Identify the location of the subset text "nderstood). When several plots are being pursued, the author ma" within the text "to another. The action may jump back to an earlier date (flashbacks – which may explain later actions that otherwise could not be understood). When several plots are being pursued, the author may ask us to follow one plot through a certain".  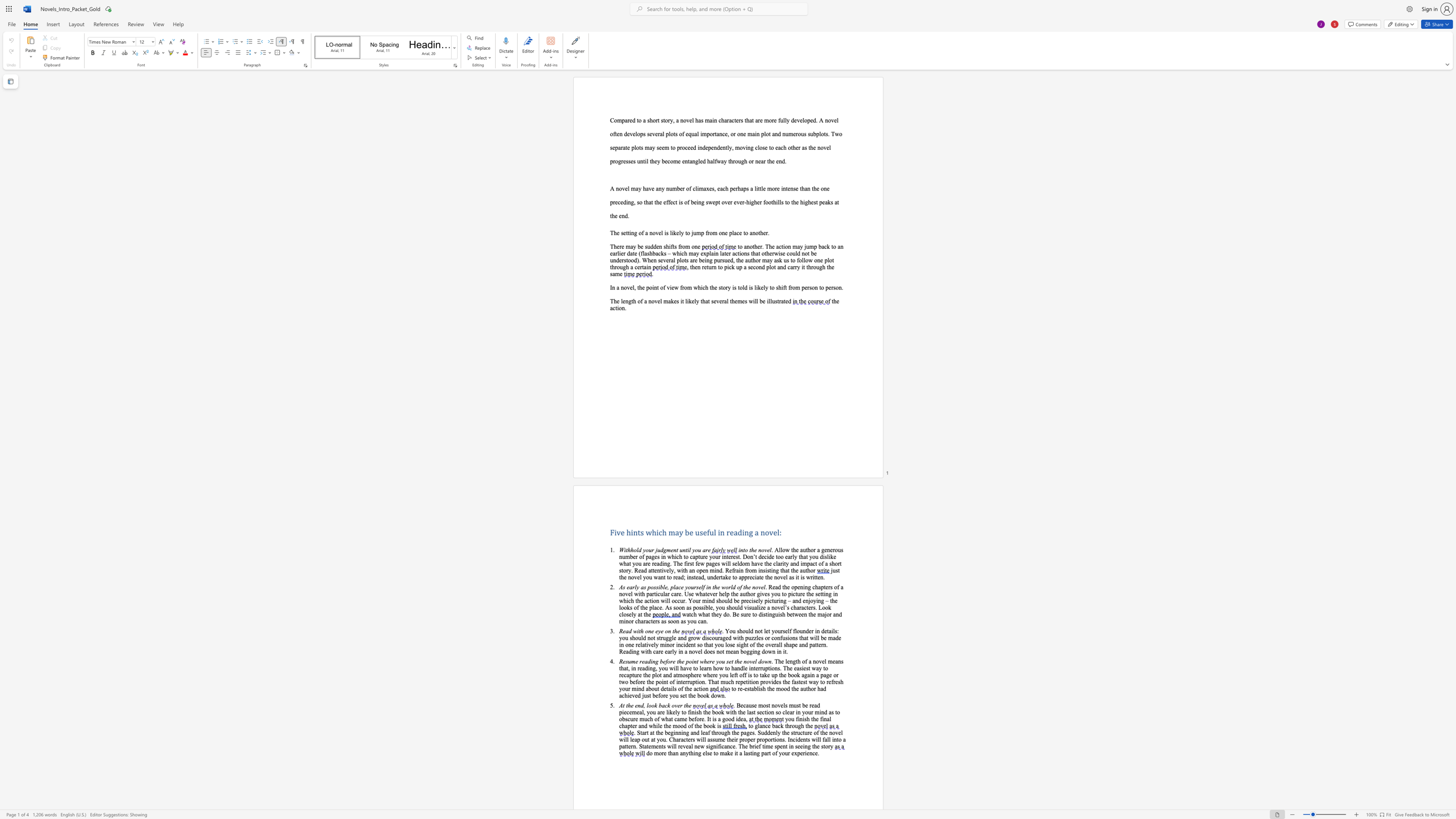
(613, 259).